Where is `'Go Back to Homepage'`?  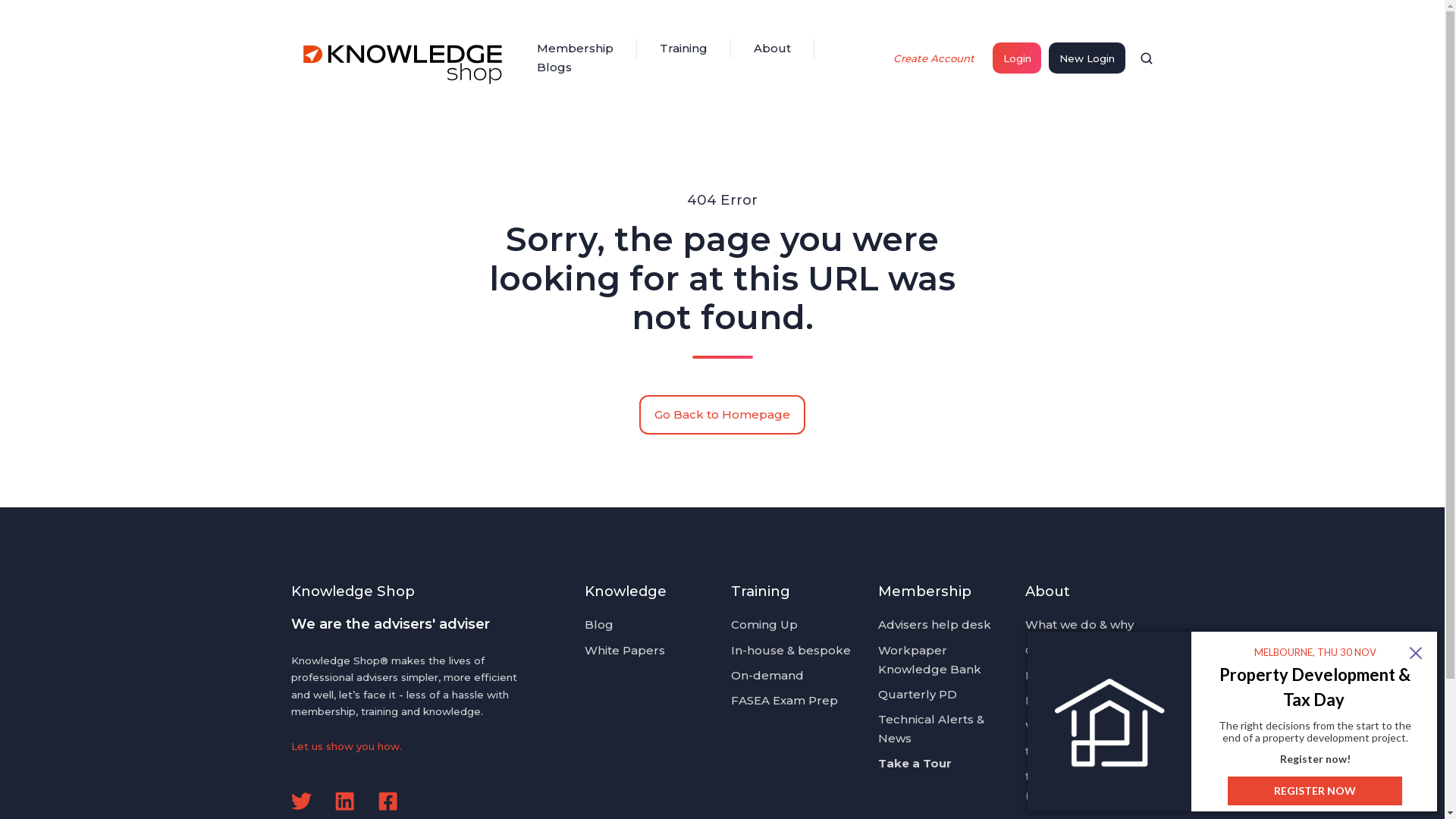 'Go Back to Homepage' is located at coordinates (722, 415).